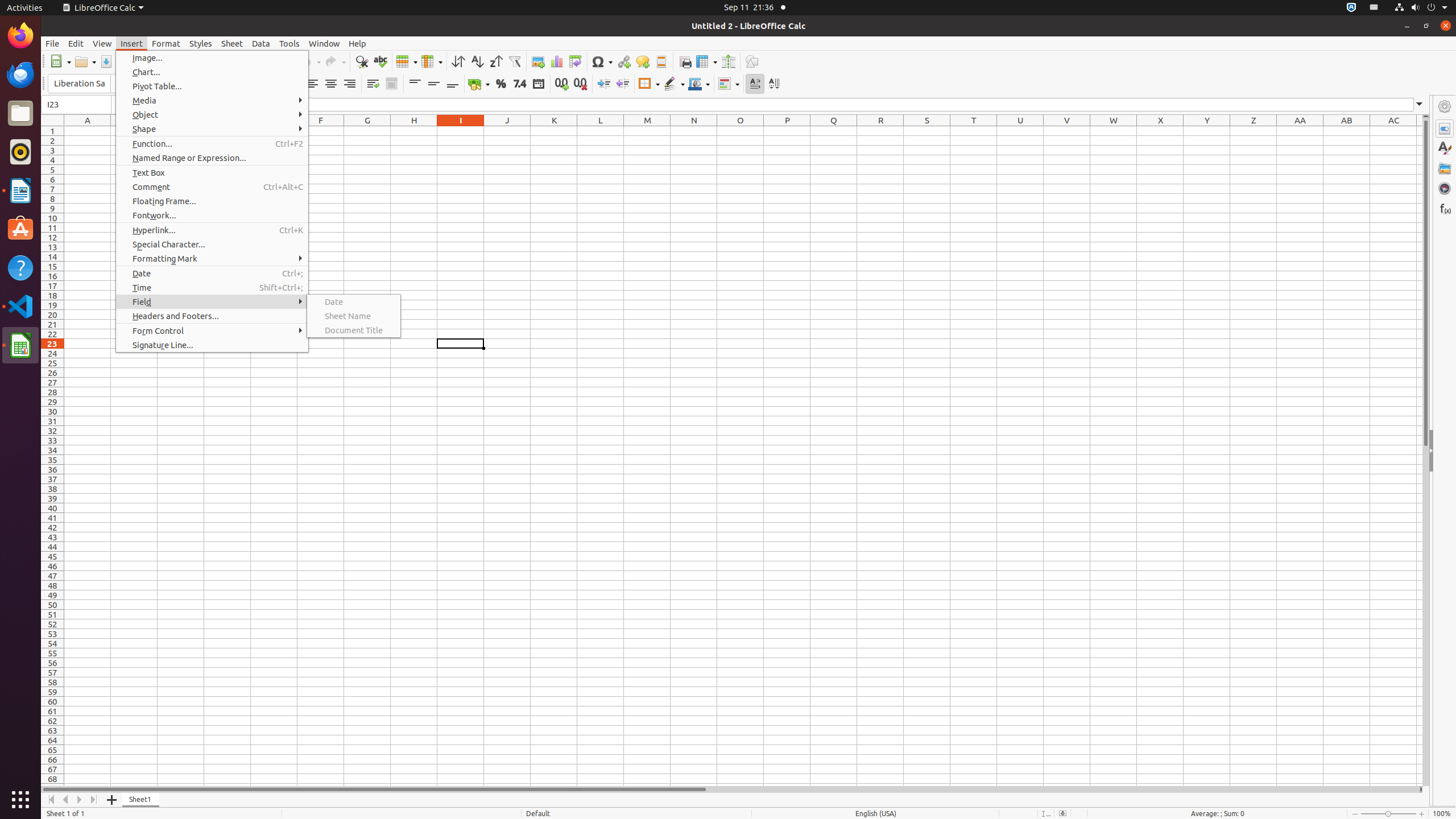  I want to click on 'File', so click(51, 43).